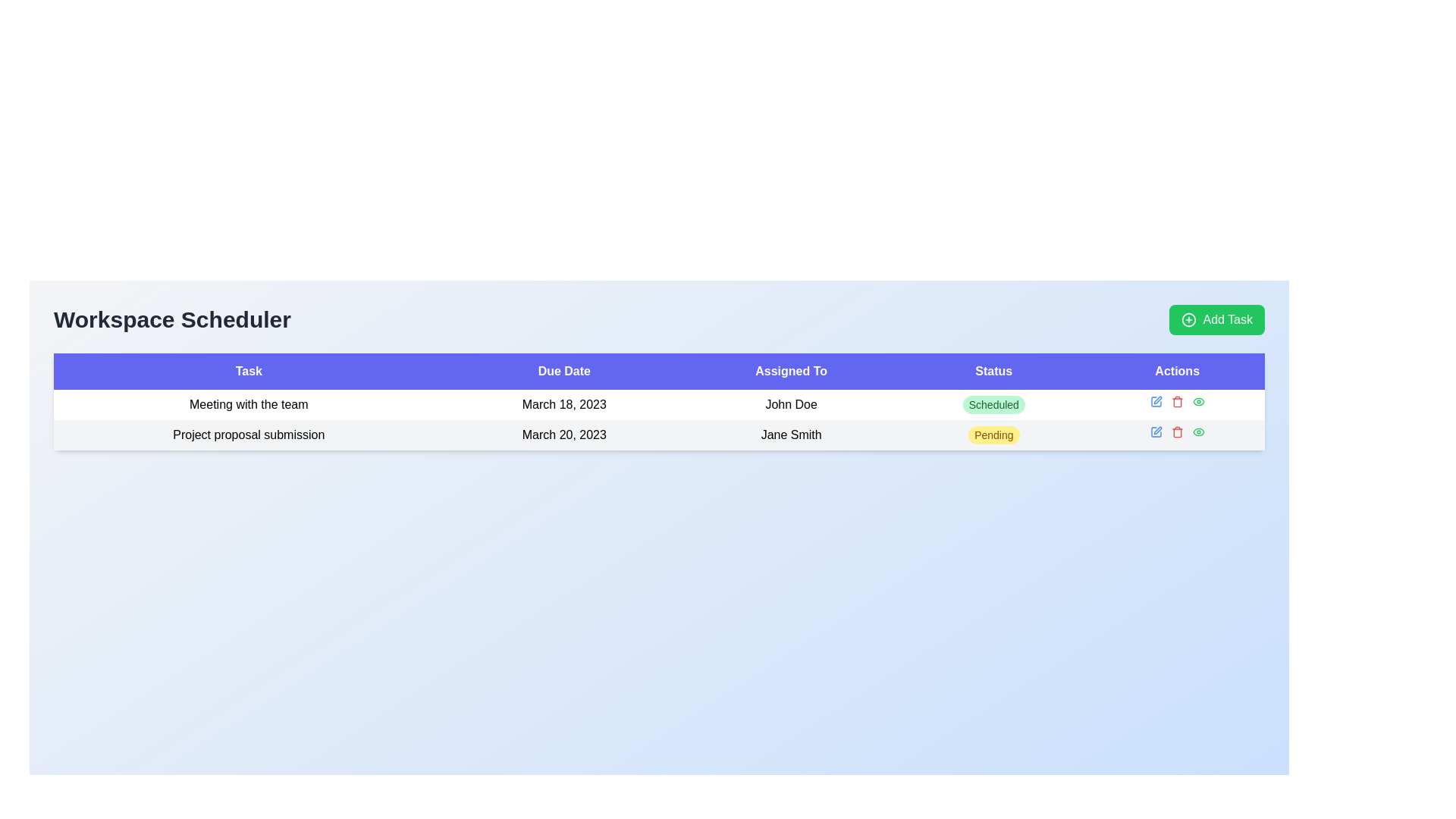 The width and height of the screenshot is (1456, 819). What do you see at coordinates (1176, 432) in the screenshot?
I see `the delete button for the task 'Project proposal submission' located in the 'Actions' column of the second row under the 'Workspace Scheduler' section` at bounding box center [1176, 432].